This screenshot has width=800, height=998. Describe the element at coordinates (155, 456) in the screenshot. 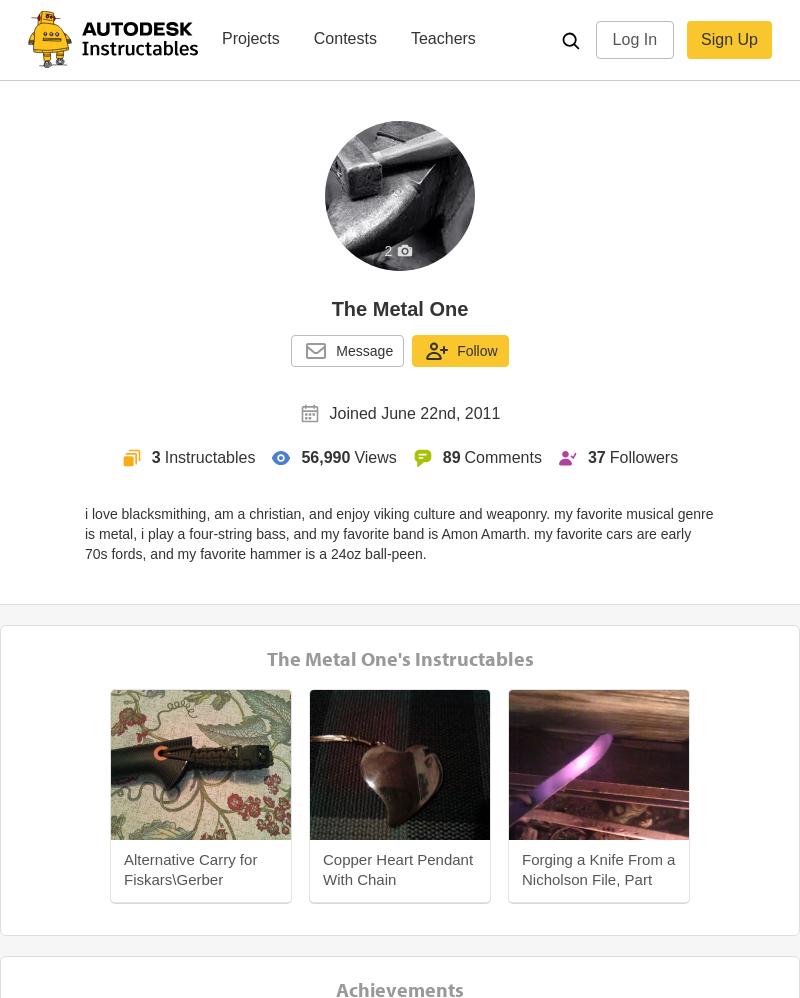

I see `'3'` at that location.